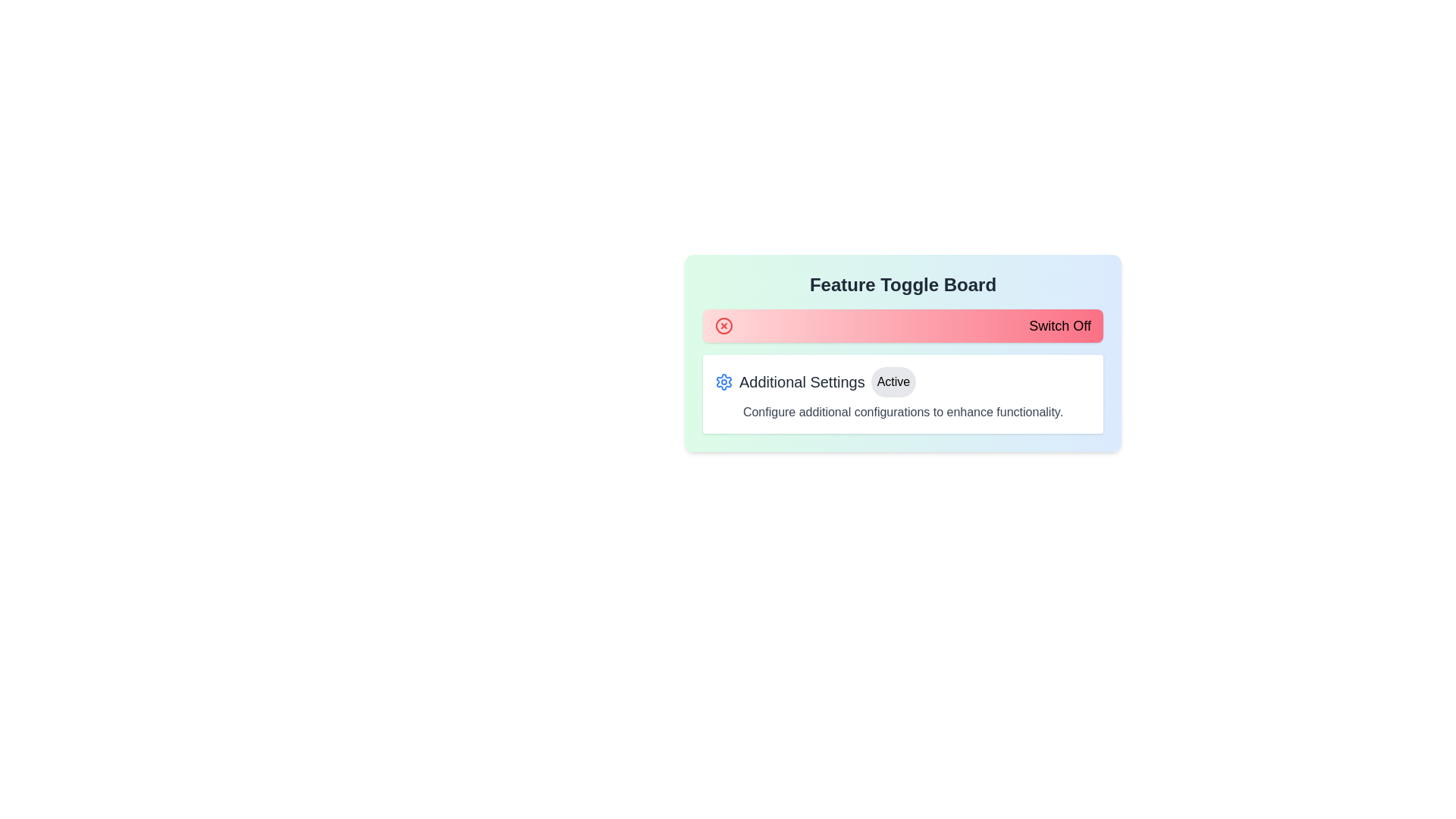  Describe the element at coordinates (723, 325) in the screenshot. I see `the close icon located on the left side of the 'Switch Off' control bar, which signifies the action of turning off the associated functionality` at that location.